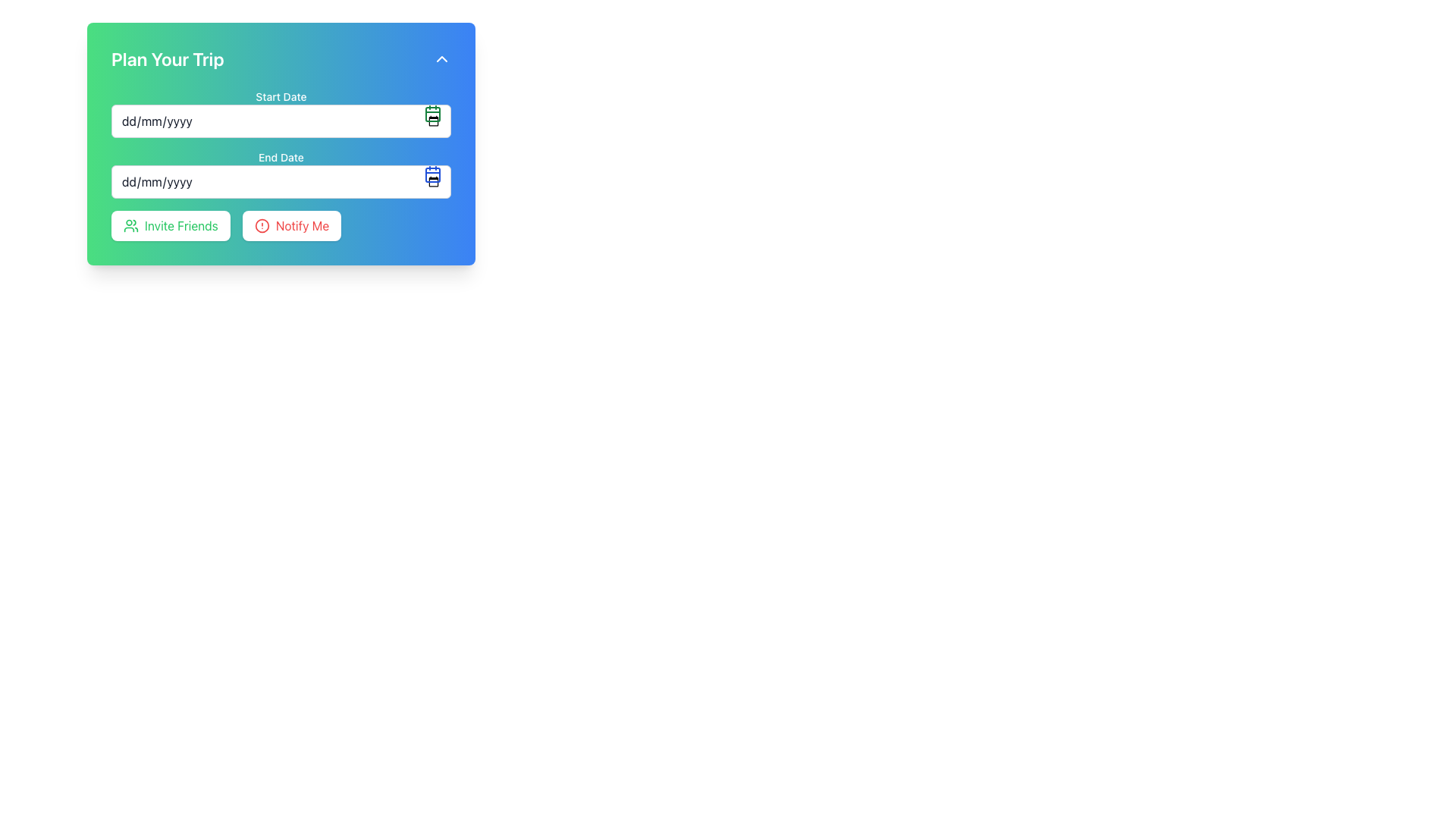  I want to click on the invite friends button located at the bottom left corner of the 'Plan Your Trip' card, so click(171, 225).